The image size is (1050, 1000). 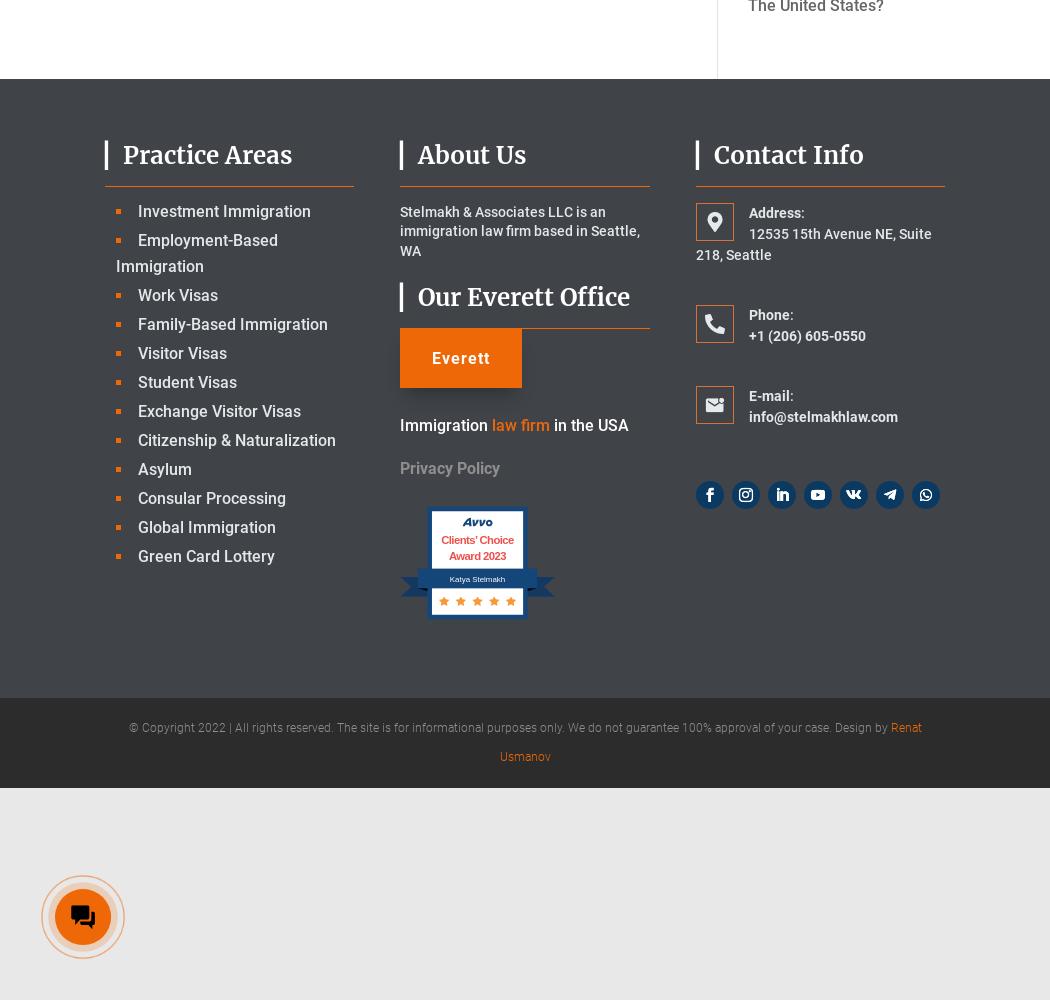 I want to click on 'info@stelmakhlaw.com', so click(x=821, y=416).